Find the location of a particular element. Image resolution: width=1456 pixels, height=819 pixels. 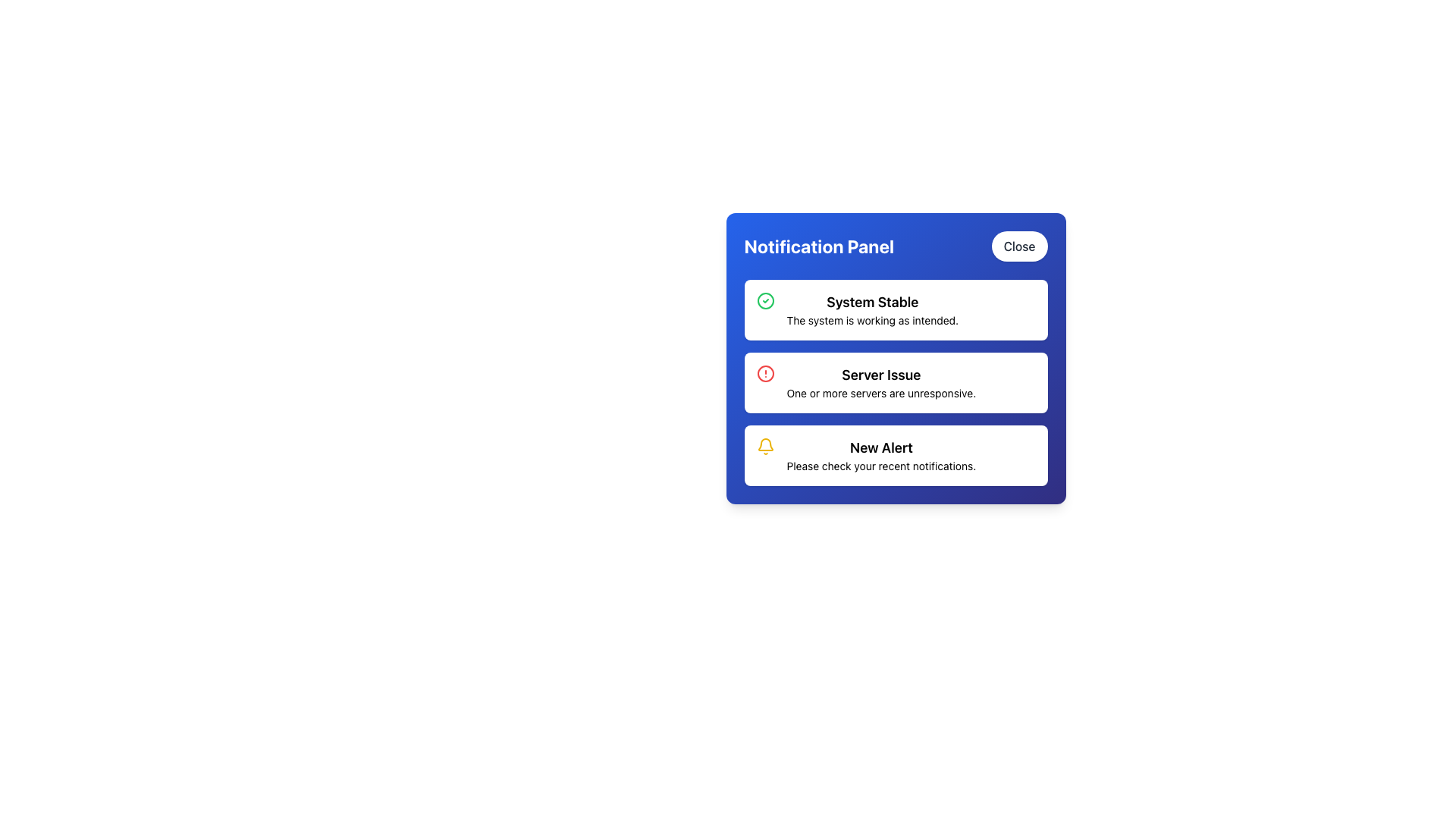

the 'Server Issue' notification banner with alert description is located at coordinates (896, 382).